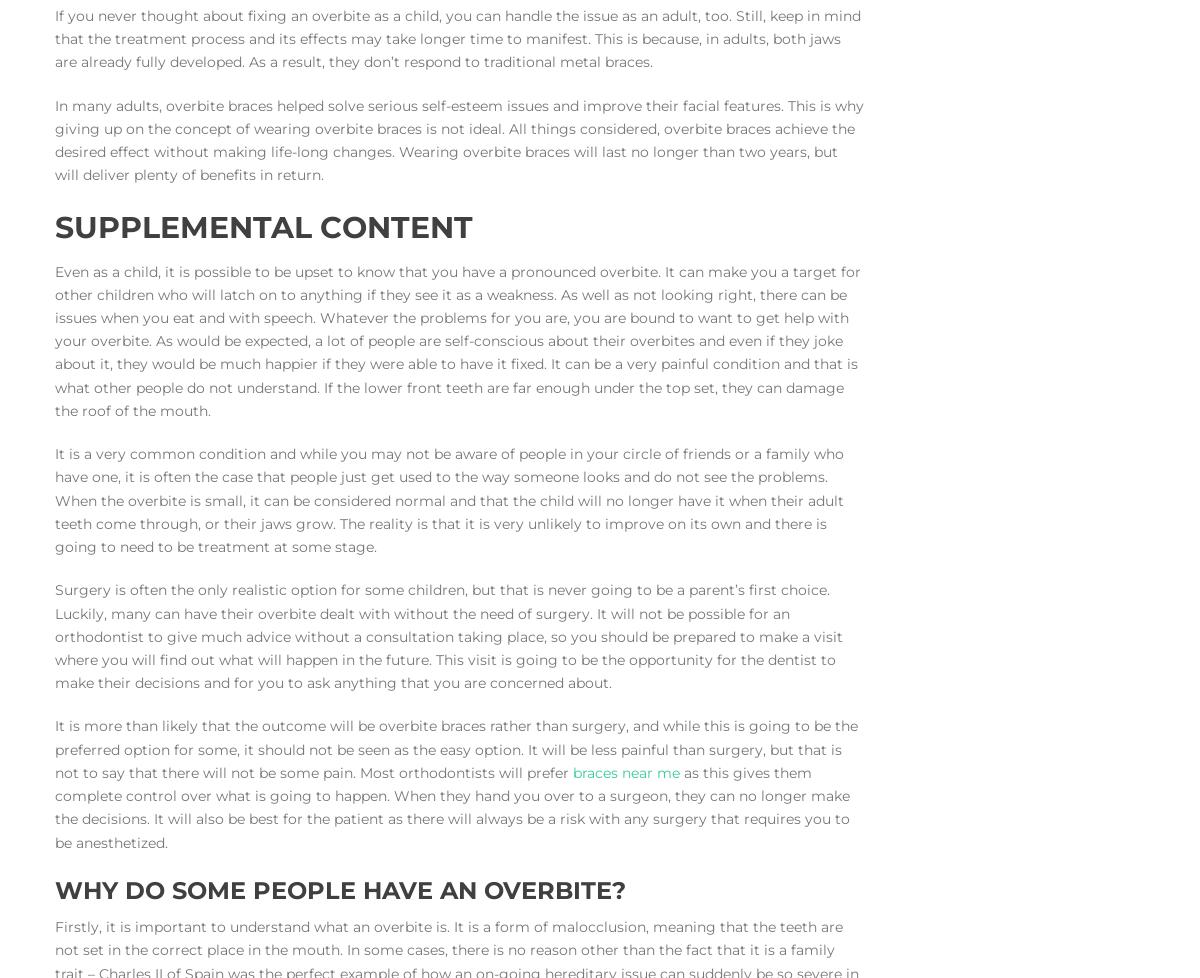 The height and width of the screenshot is (978, 1200). Describe the element at coordinates (458, 139) in the screenshot. I see `'In many adults, overbite braces helped solve serious self-esteem issues and improve their facial features. This is why giving up on the concept of wearing overbite braces is not ideal. All things considered, overbite braces achieve the desired effect without making life-long changes. Wearing overbite braces will last no longer than two years, but will deliver plenty of benefits in return.'` at that location.